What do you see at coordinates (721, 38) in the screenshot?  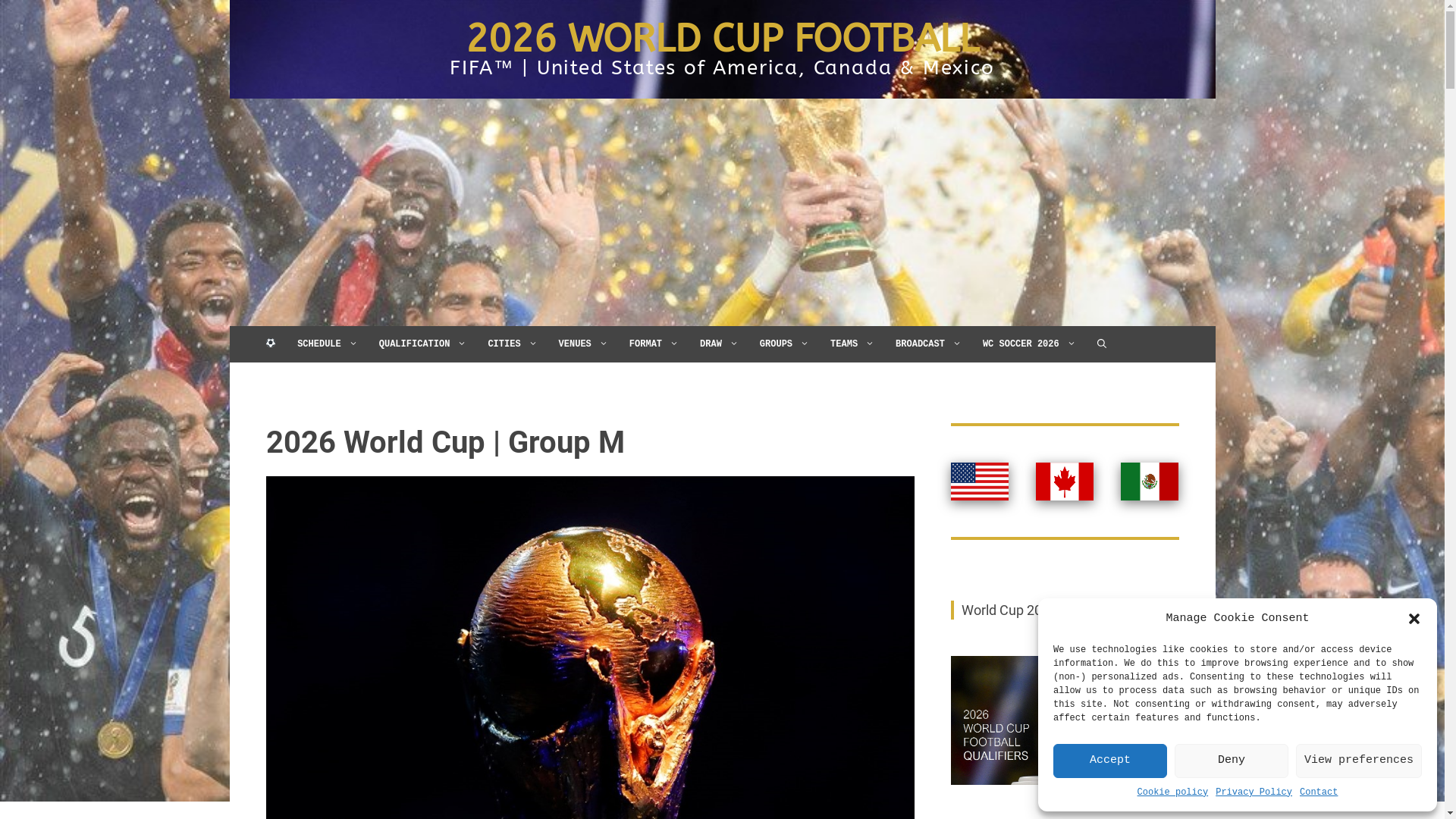 I see `'2026 WORLD CUP FOOTBALL'` at bounding box center [721, 38].